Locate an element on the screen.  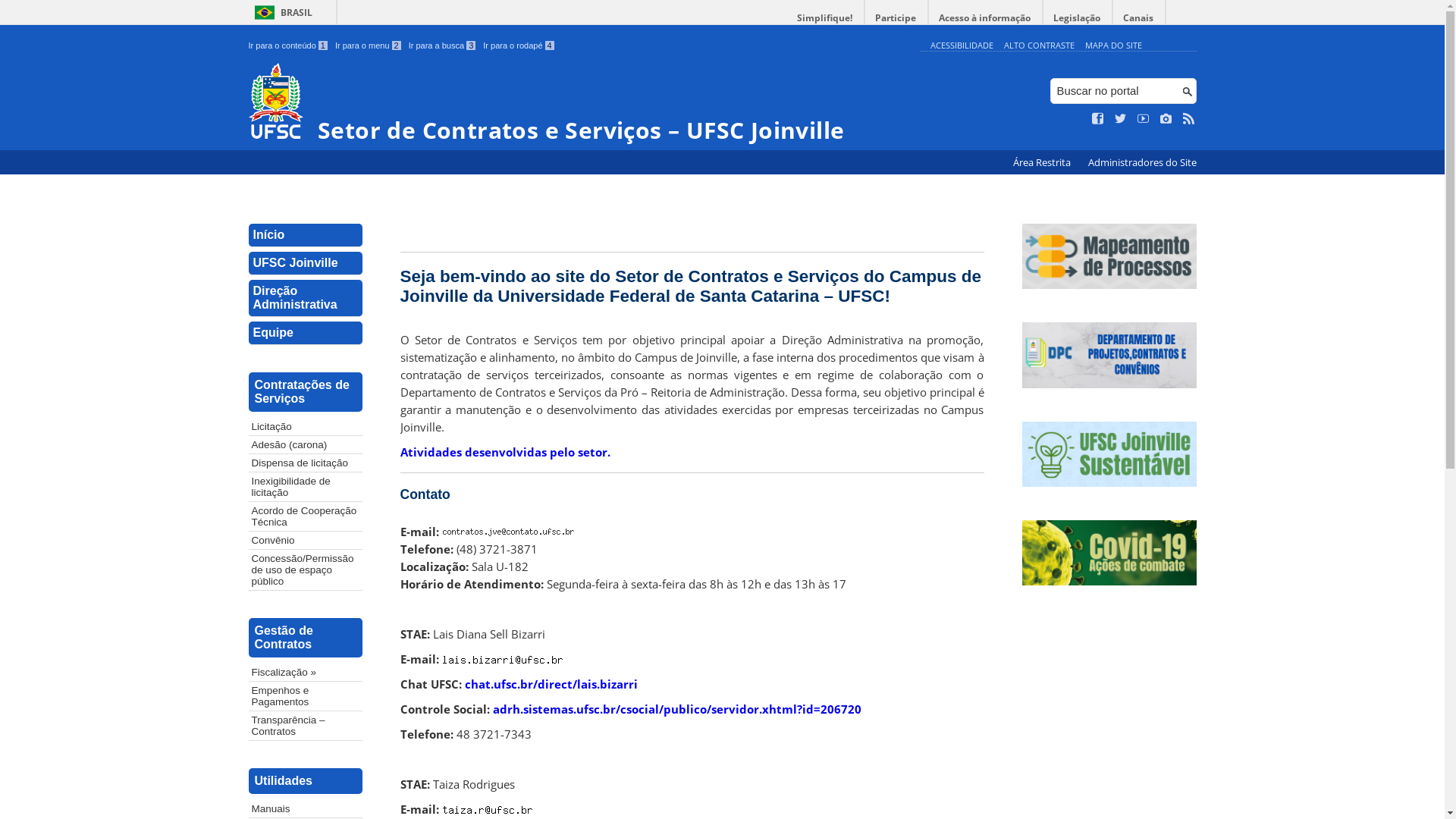
'Siga no Twitter' is located at coordinates (1121, 118).